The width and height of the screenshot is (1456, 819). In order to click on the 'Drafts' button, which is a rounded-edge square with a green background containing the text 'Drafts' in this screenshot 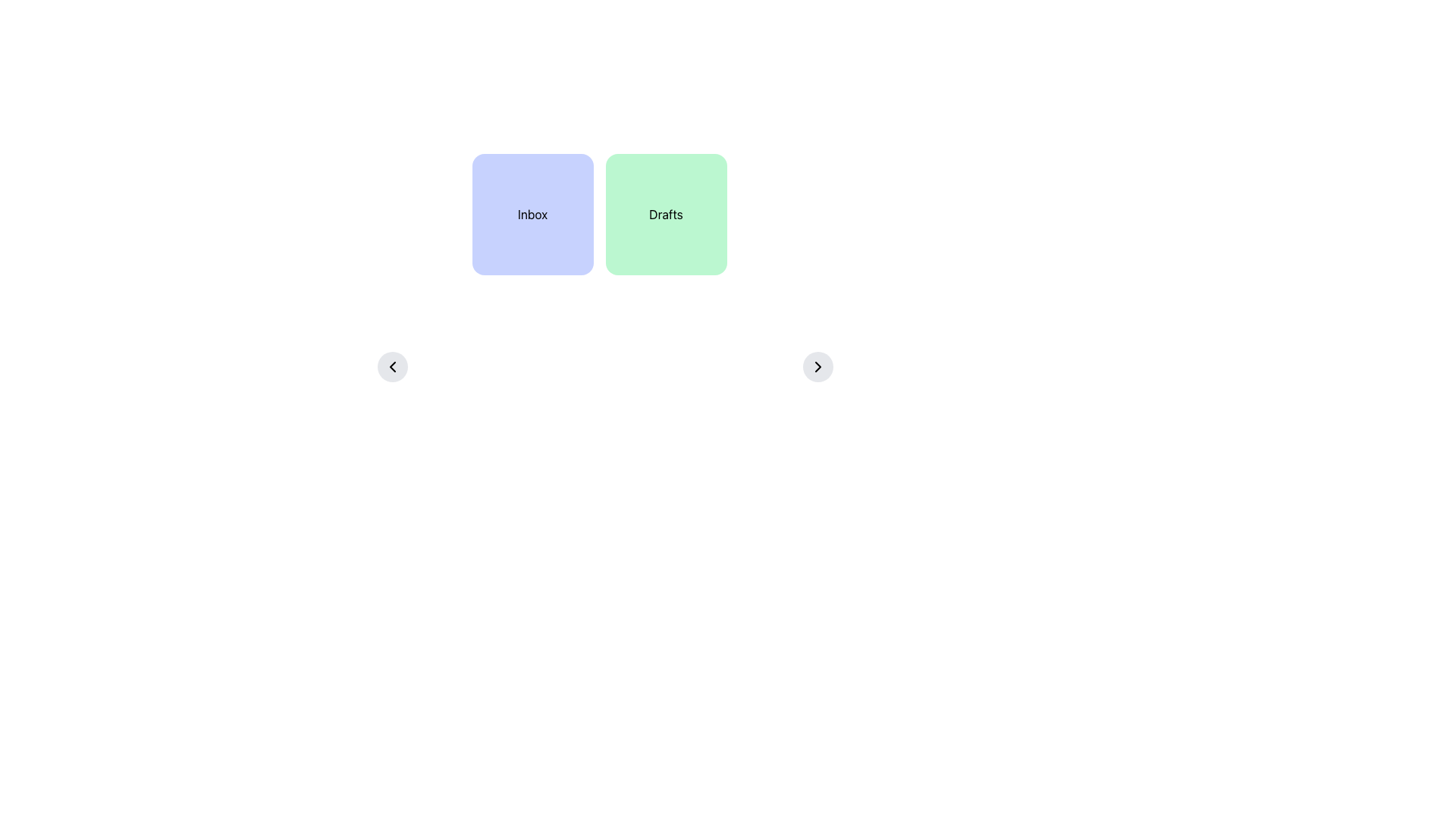, I will do `click(666, 214)`.